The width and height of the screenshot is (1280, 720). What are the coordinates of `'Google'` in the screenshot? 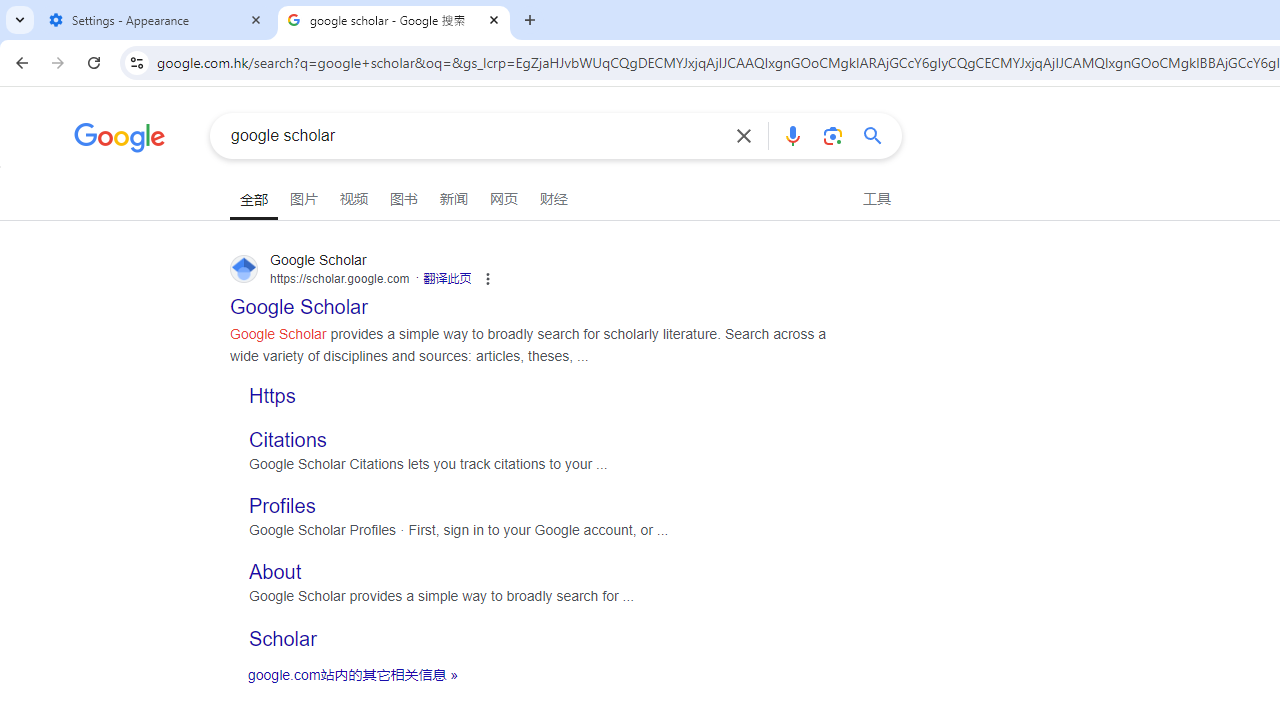 It's located at (119, 138).